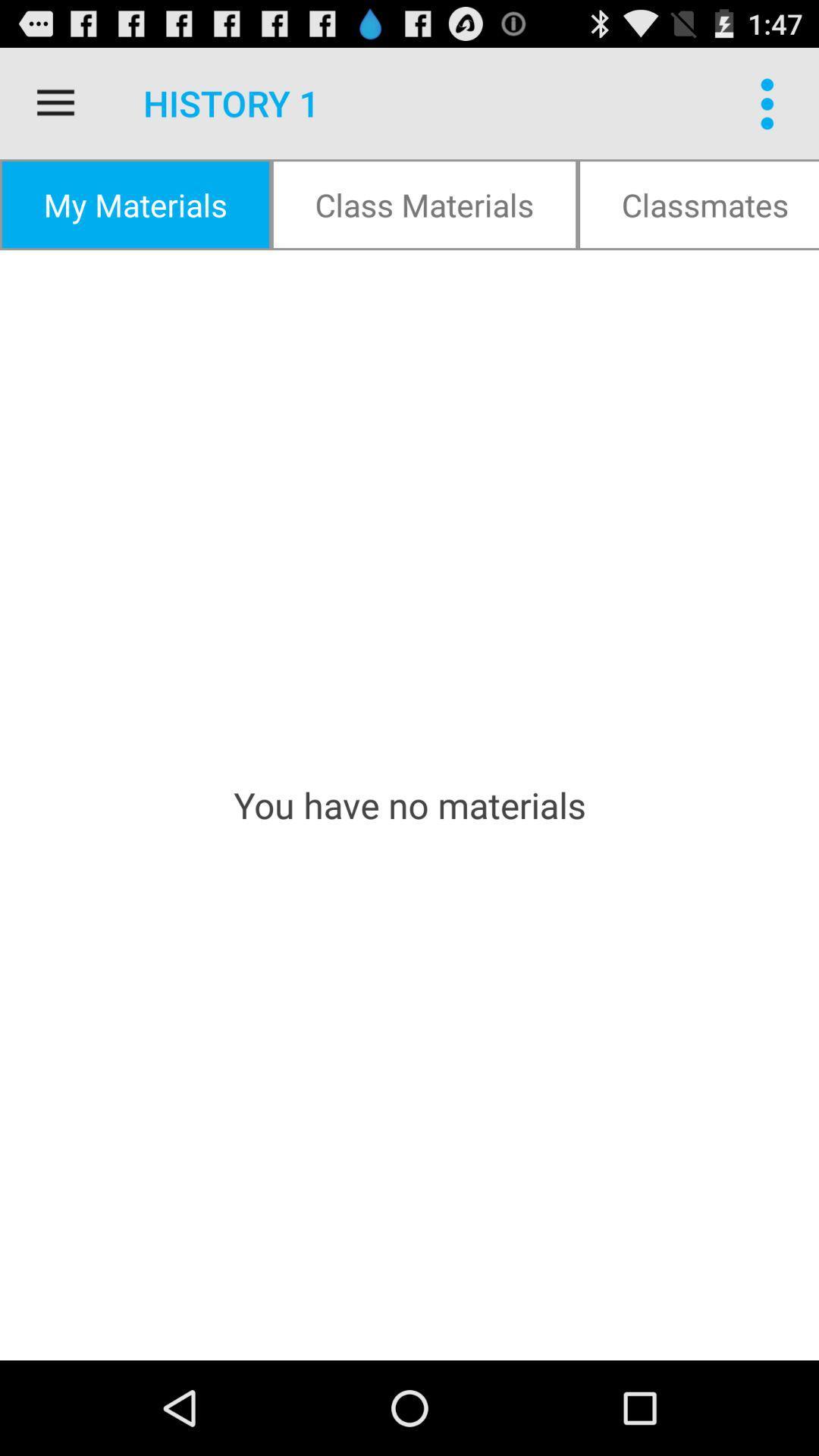 This screenshot has width=819, height=1456. I want to click on classmates icon, so click(698, 203).